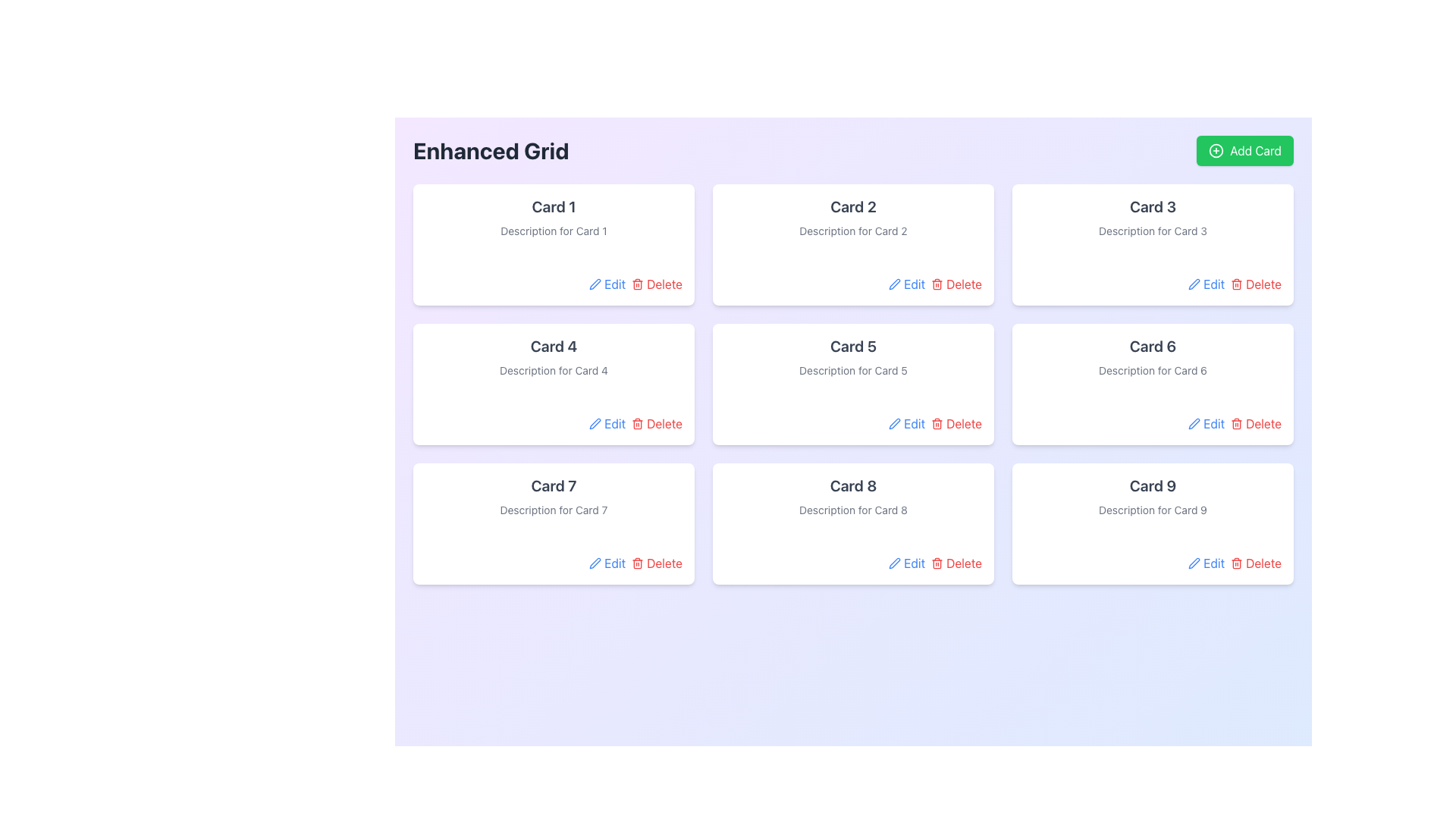 Image resolution: width=1456 pixels, height=819 pixels. I want to click on the static text element providing additional information for 'Card 7', located in the third row of a three-column grid layout, specifically the second line after the title, so click(553, 510).